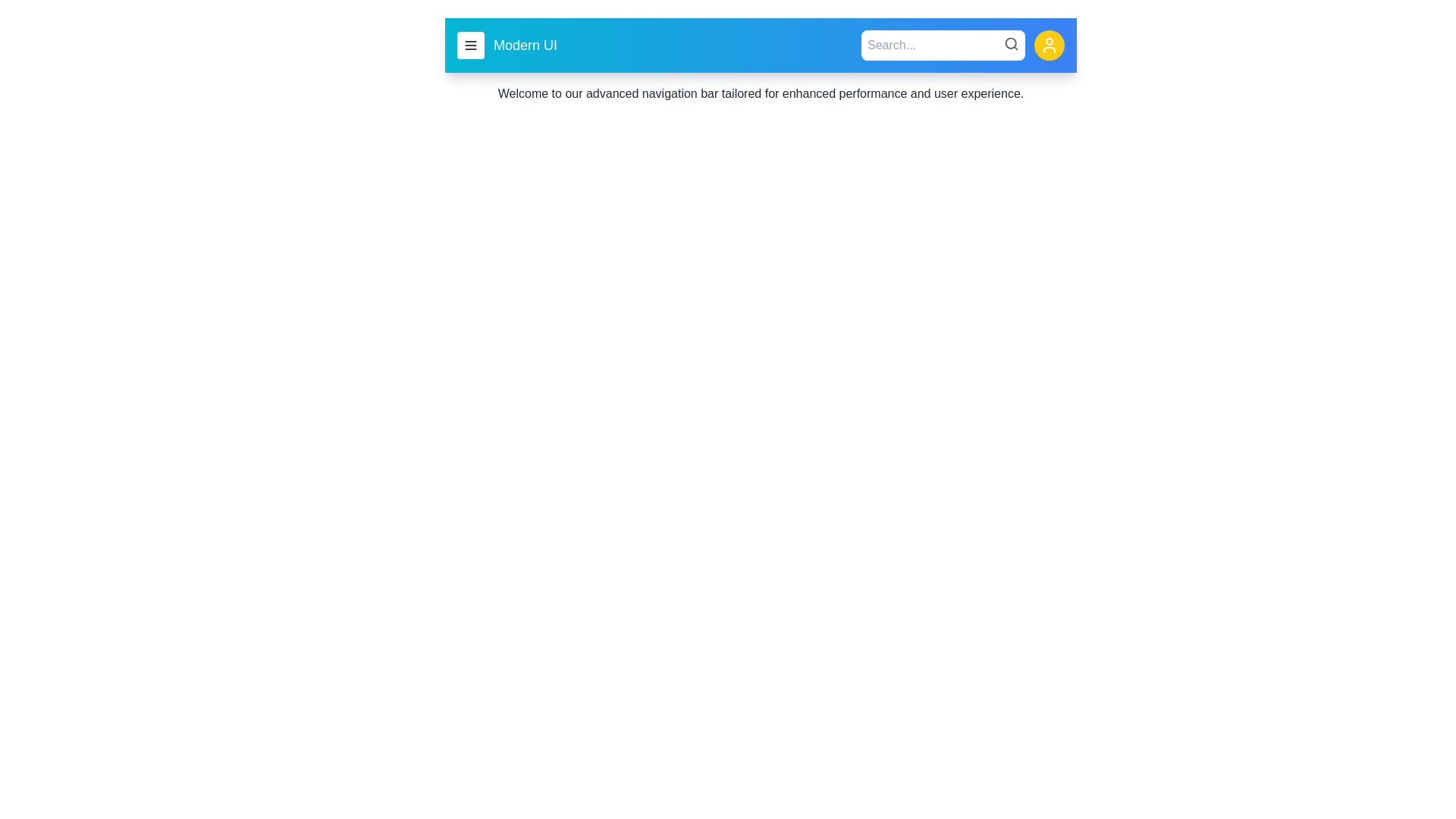  I want to click on the user profile button located on the top-right corner of the ModernAppBar, so click(1048, 45).